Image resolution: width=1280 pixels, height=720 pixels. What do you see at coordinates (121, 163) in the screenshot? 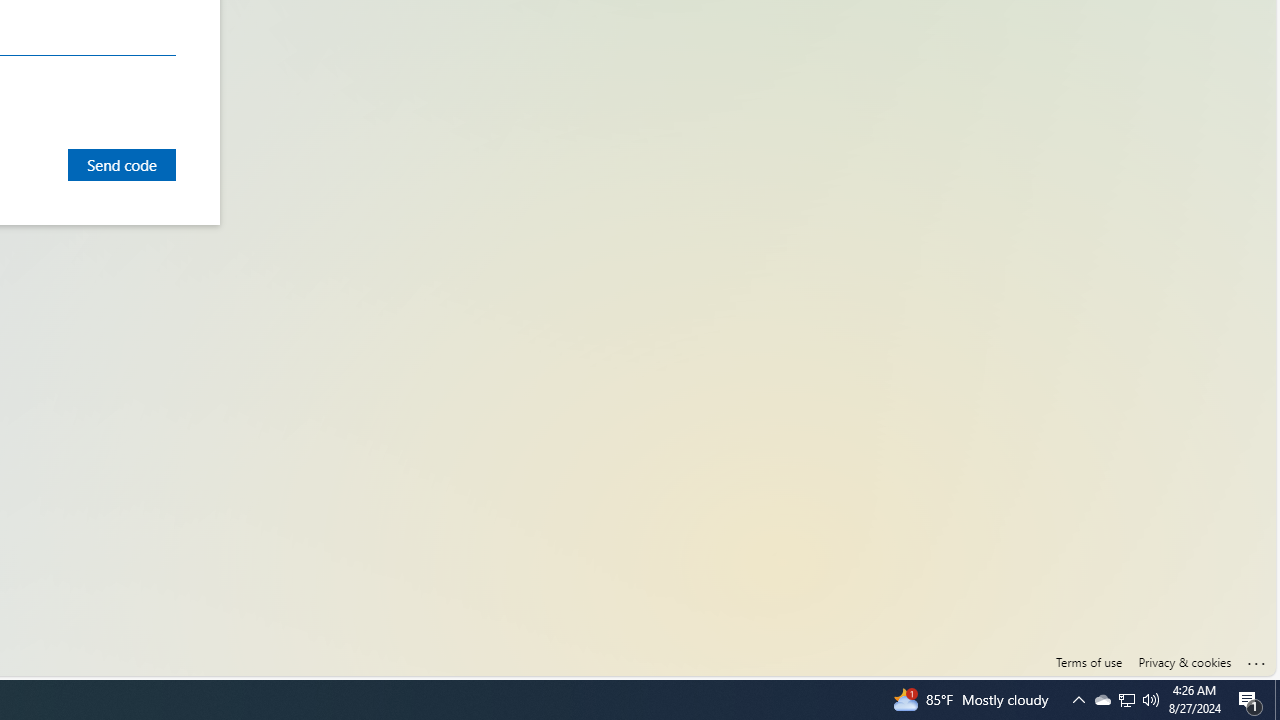
I see `'Send code'` at bounding box center [121, 163].